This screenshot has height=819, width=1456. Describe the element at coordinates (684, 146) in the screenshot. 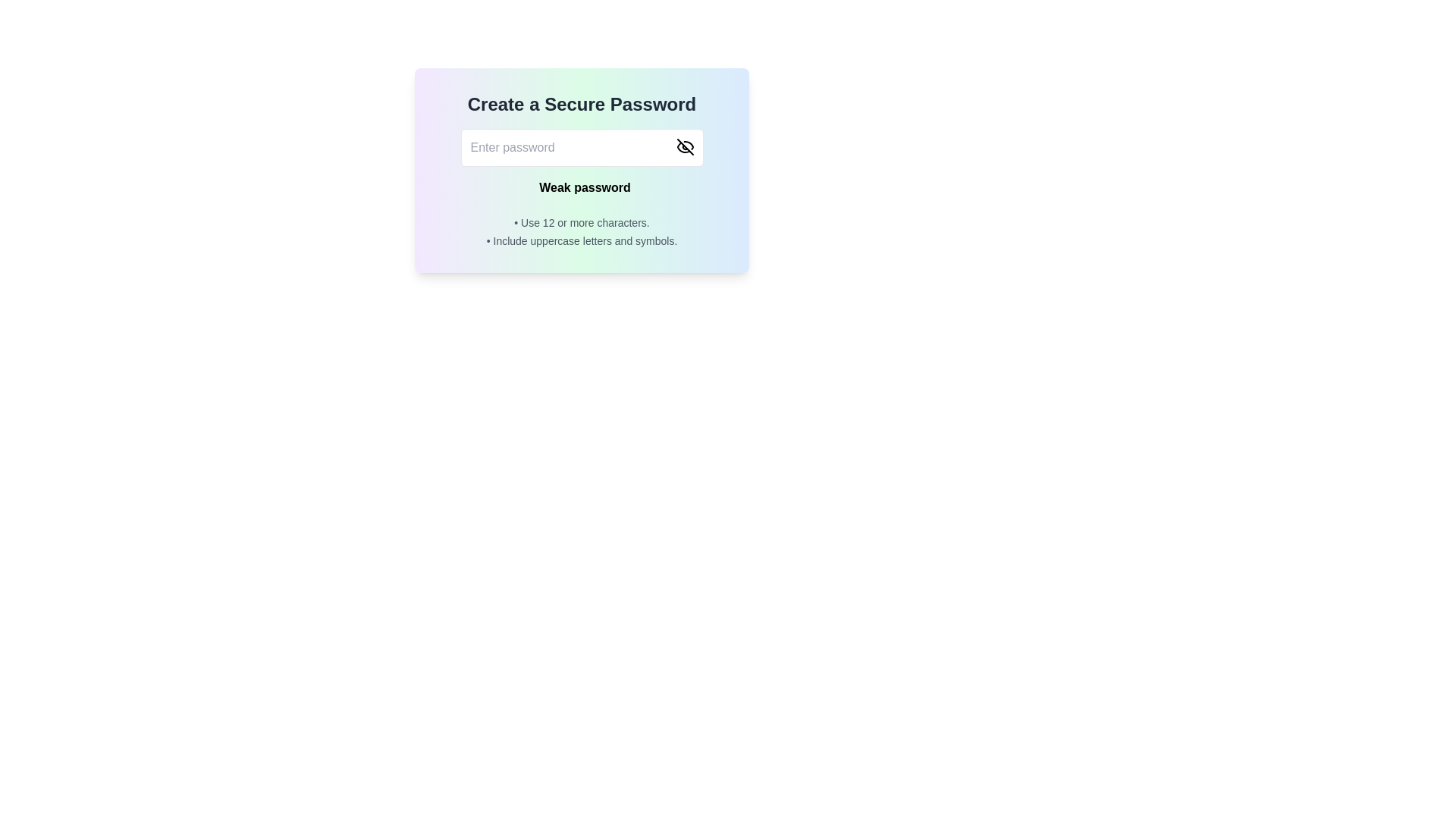

I see `the icon button located at the top-right corner of the password input field` at that location.